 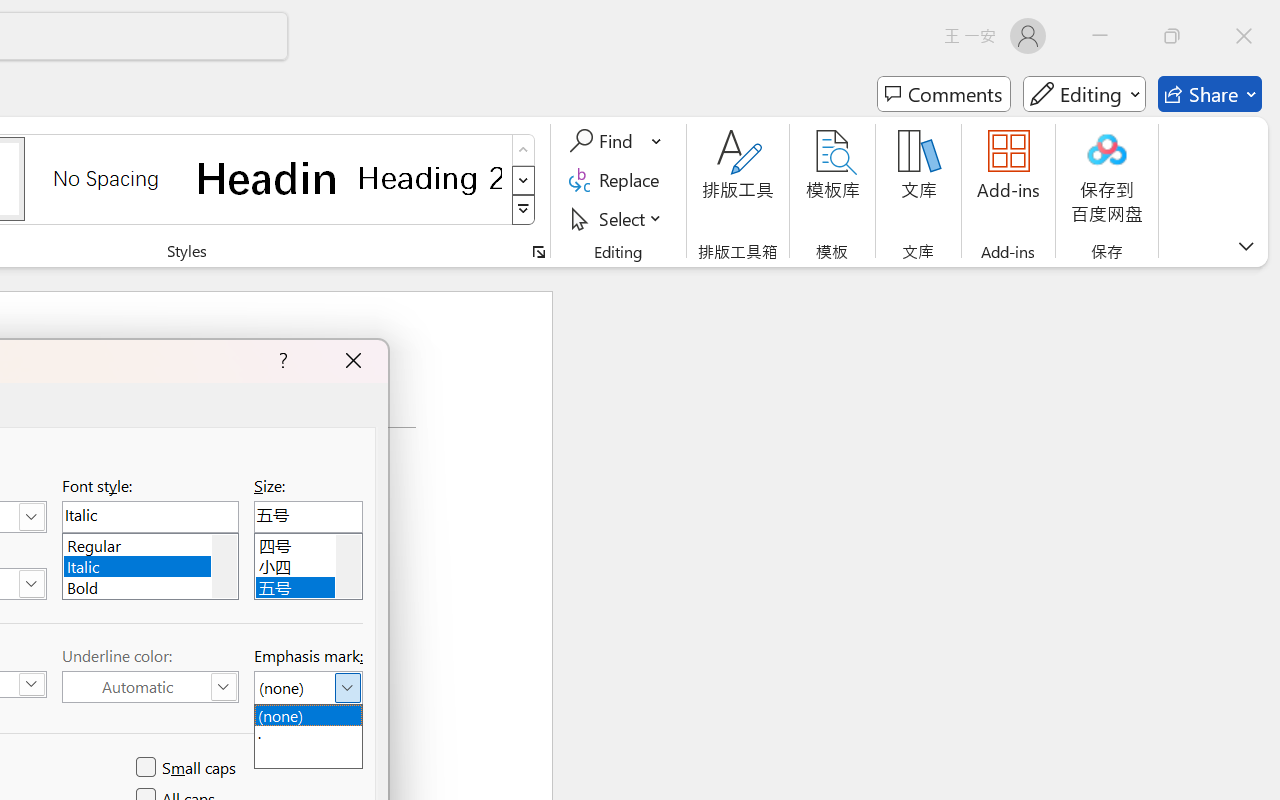 What do you see at coordinates (523, 150) in the screenshot?
I see `'Row up'` at bounding box center [523, 150].